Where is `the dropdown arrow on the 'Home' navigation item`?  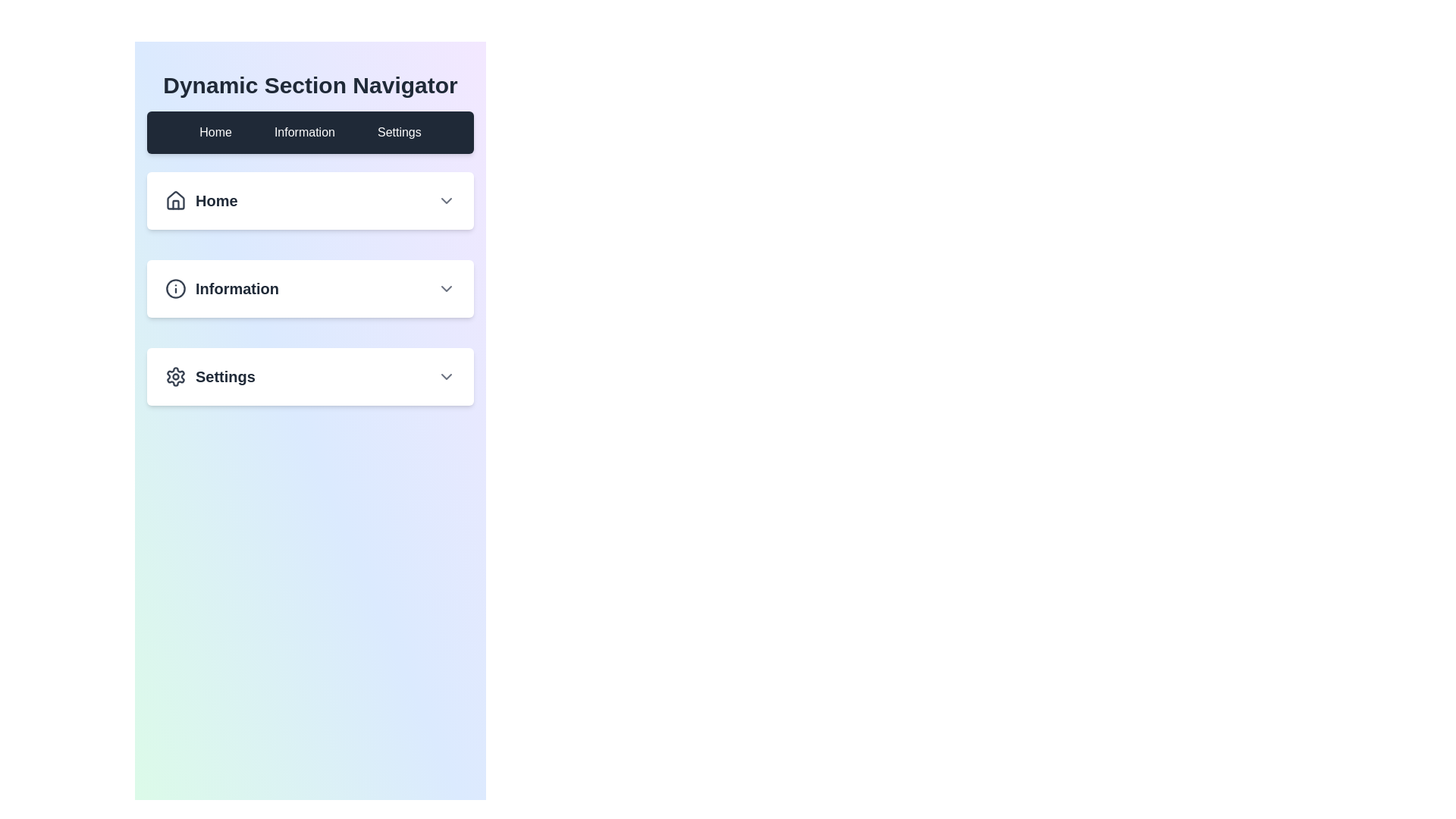
the dropdown arrow on the 'Home' navigation item is located at coordinates (309, 200).